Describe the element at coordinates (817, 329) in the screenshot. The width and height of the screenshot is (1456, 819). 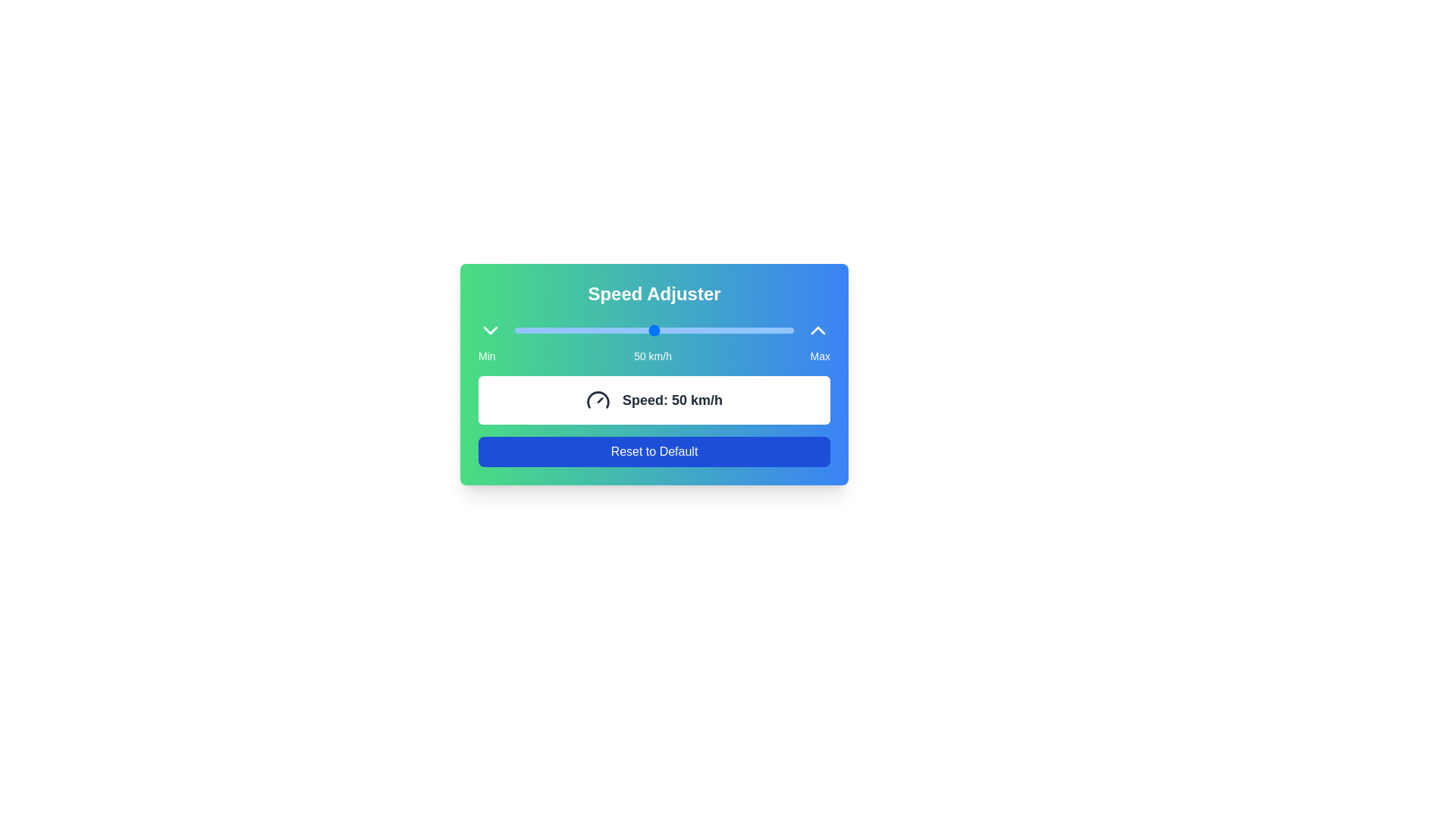
I see `the icon located in the top-left corner of the 'Speed Adjuster' interface` at that location.